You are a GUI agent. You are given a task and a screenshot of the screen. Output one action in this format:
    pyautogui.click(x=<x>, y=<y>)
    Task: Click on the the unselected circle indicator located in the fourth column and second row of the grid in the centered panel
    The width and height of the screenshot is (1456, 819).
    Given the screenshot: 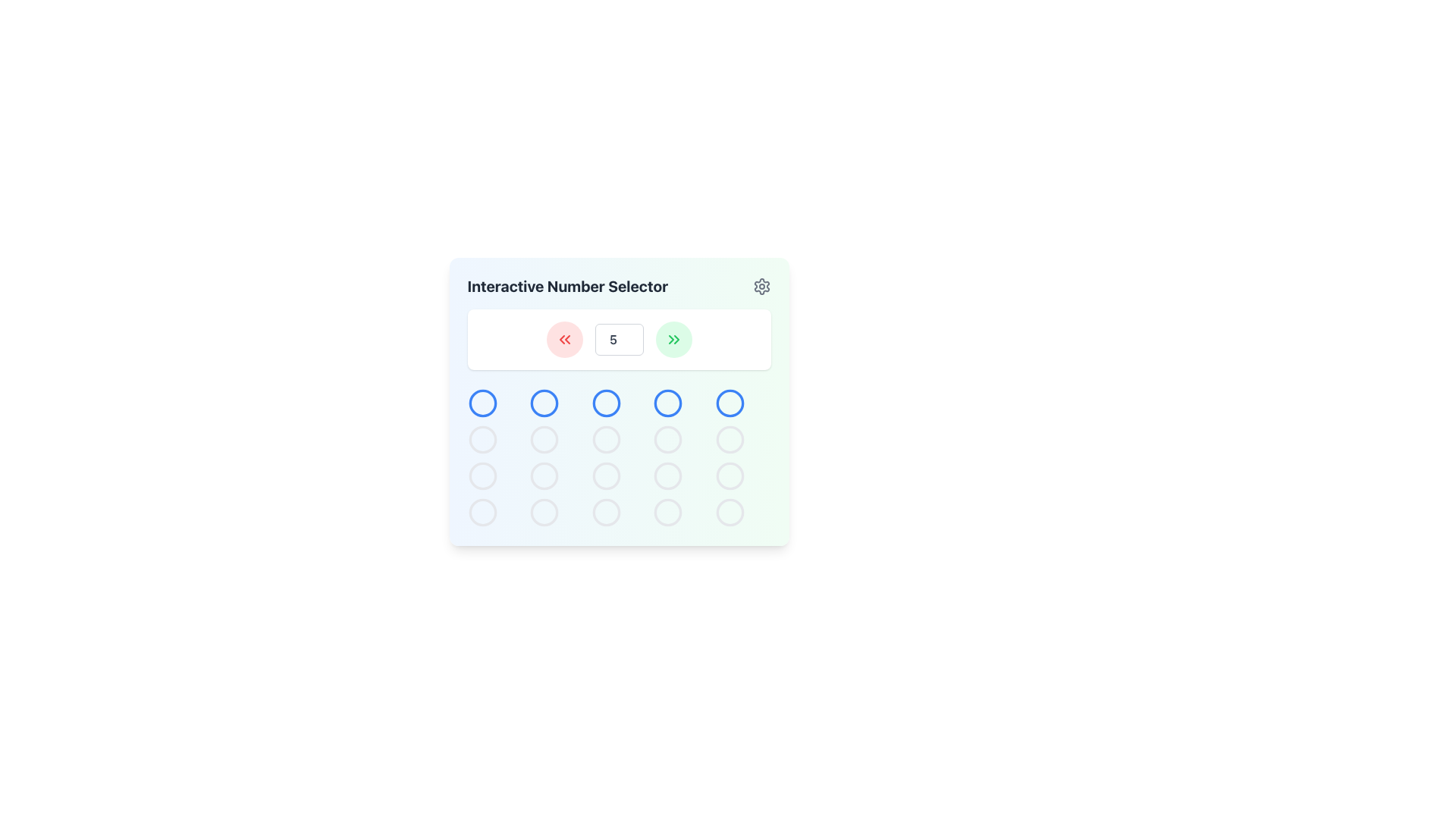 What is the action you would take?
    pyautogui.click(x=667, y=439)
    